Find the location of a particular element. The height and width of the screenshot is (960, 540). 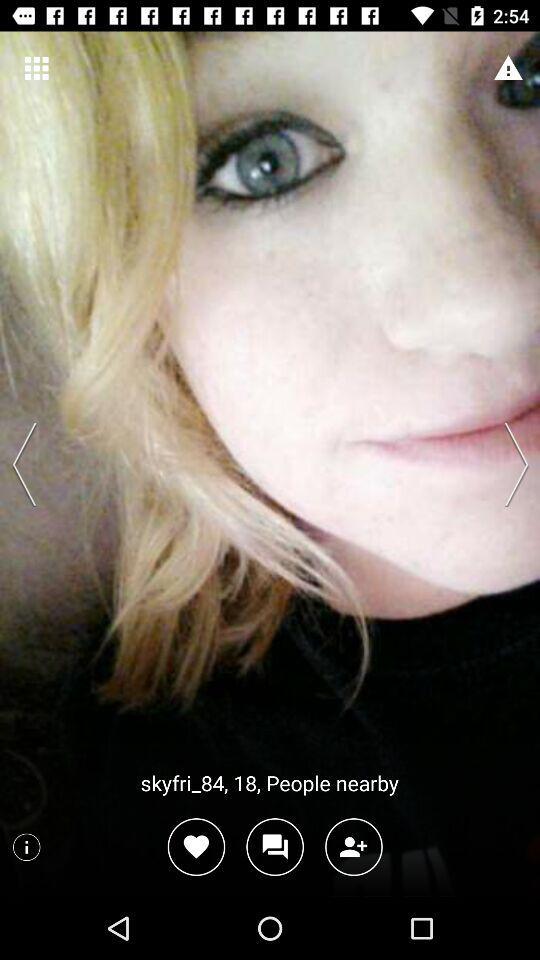

begin chat is located at coordinates (274, 846).